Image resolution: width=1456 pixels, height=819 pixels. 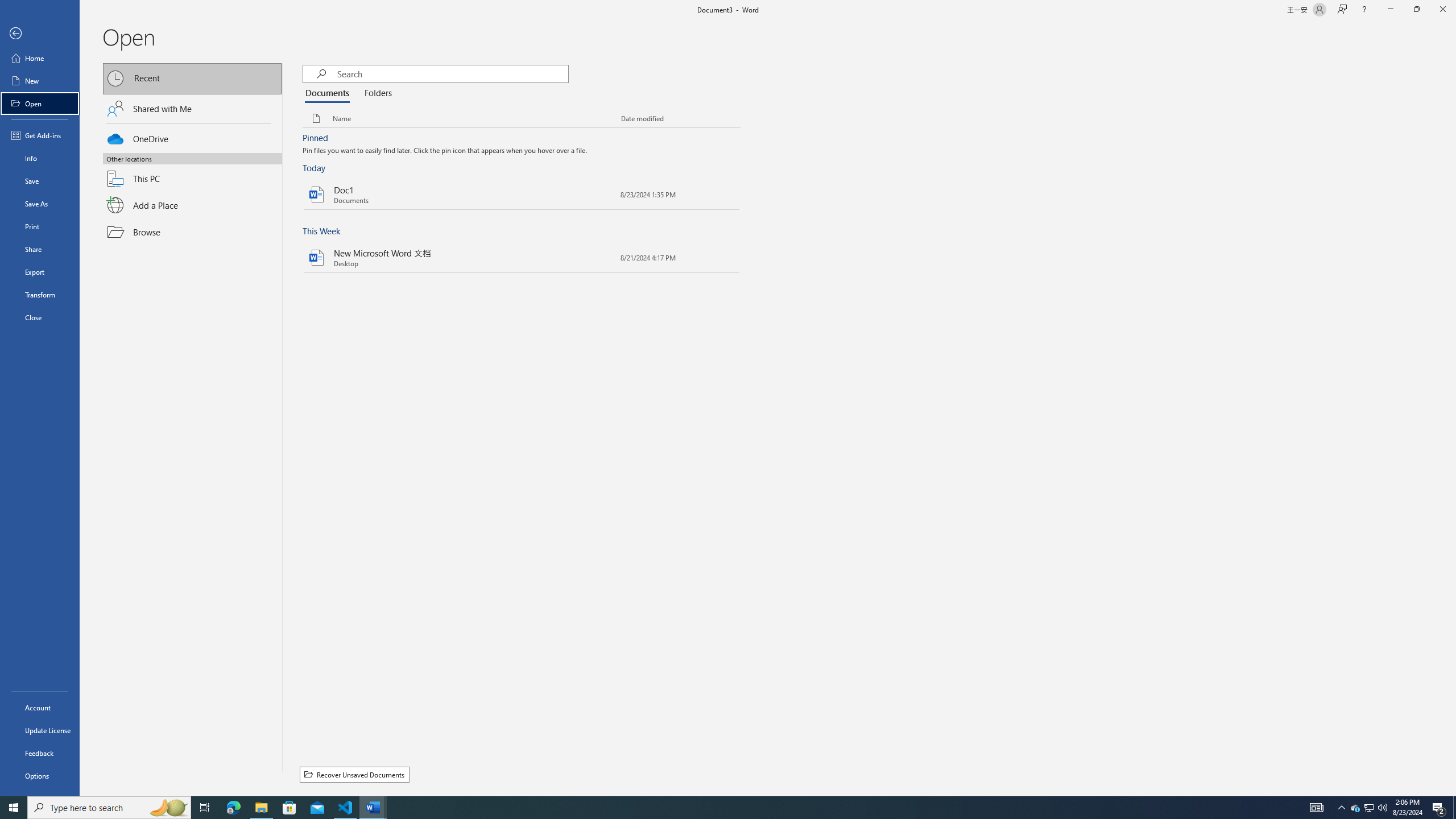 I want to click on 'Save As', so click(x=39, y=202).